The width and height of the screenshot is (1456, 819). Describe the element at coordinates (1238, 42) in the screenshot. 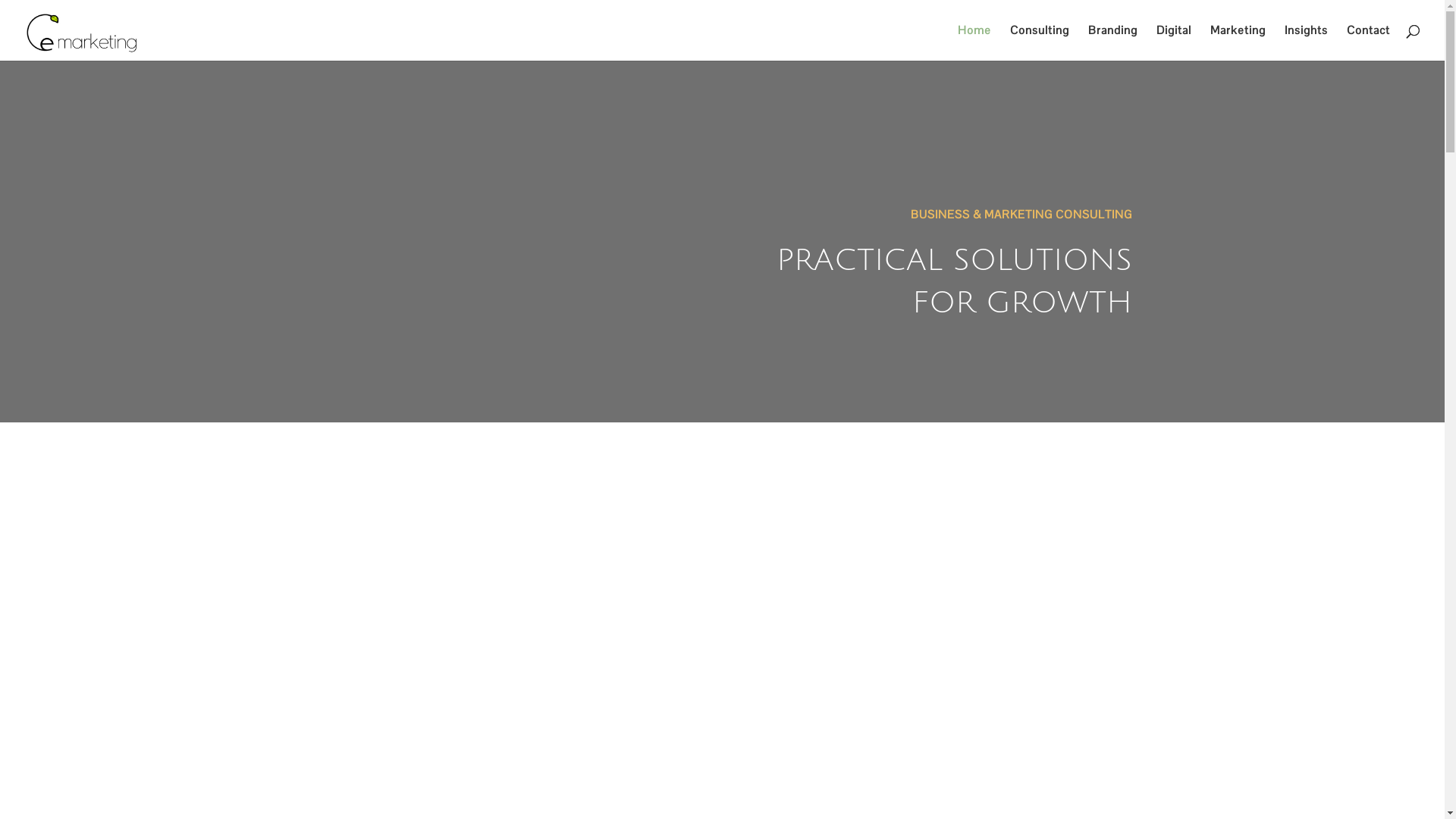

I see `'Marketing'` at that location.